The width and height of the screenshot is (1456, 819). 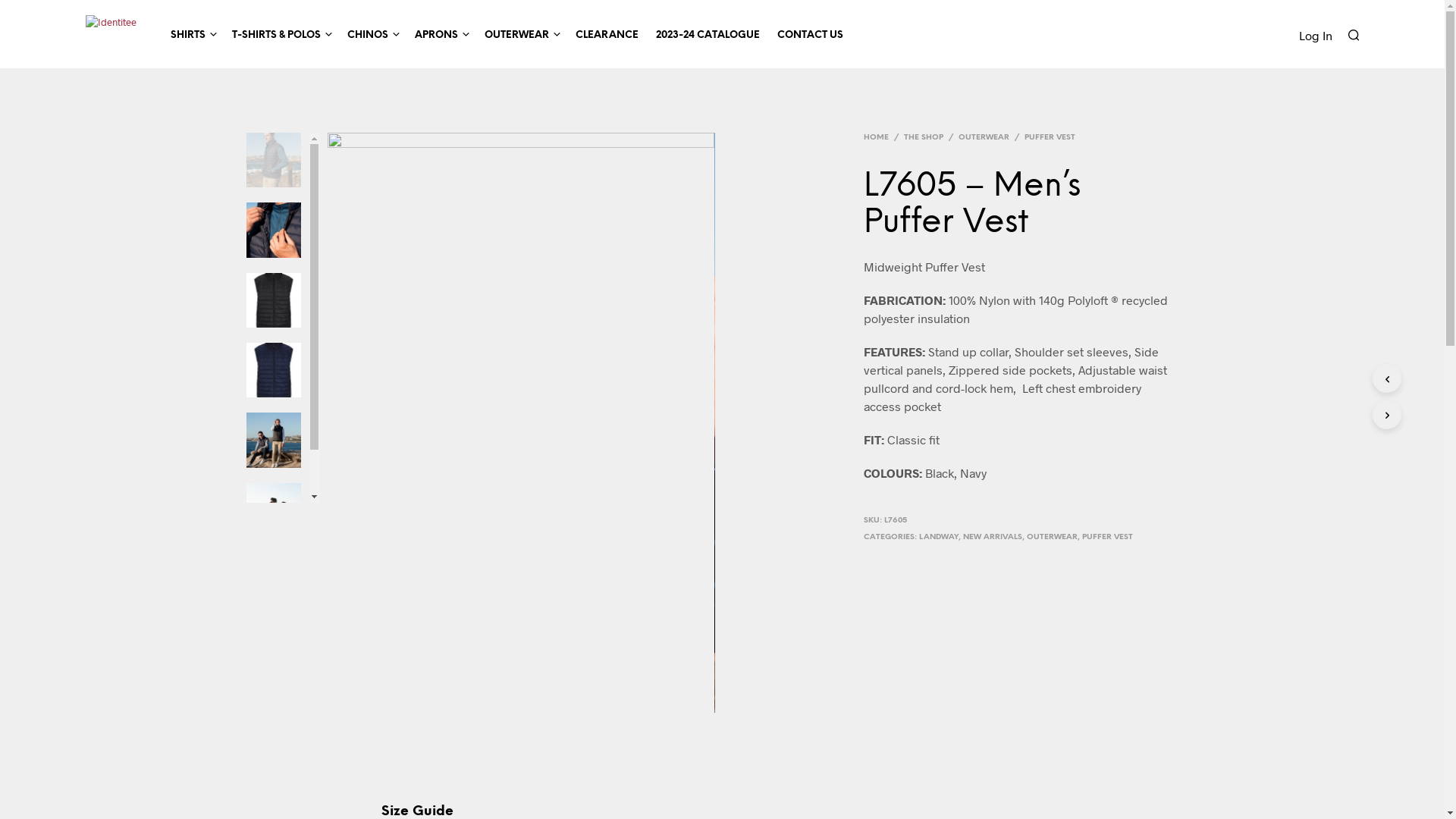 What do you see at coordinates (984, 137) in the screenshot?
I see `'OUTERWEAR'` at bounding box center [984, 137].